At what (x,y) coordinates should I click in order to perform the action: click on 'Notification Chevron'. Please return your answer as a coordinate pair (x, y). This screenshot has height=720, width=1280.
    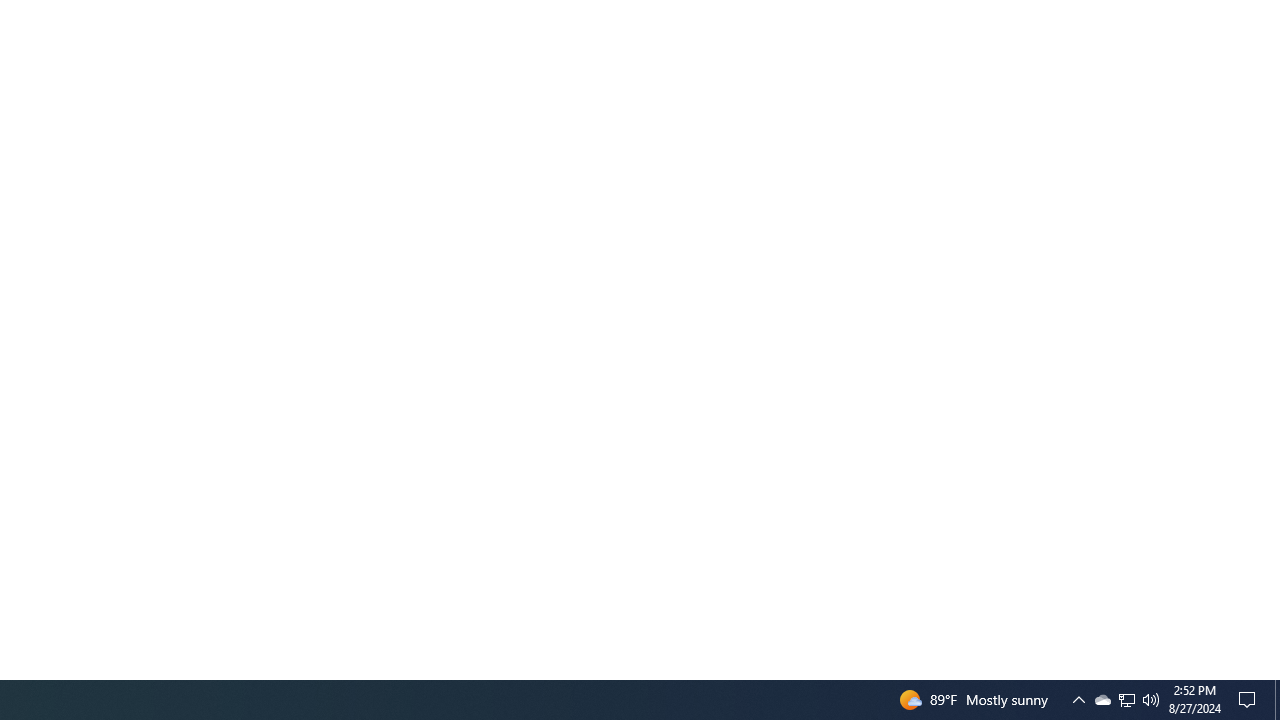
    Looking at the image, I should click on (1078, 698).